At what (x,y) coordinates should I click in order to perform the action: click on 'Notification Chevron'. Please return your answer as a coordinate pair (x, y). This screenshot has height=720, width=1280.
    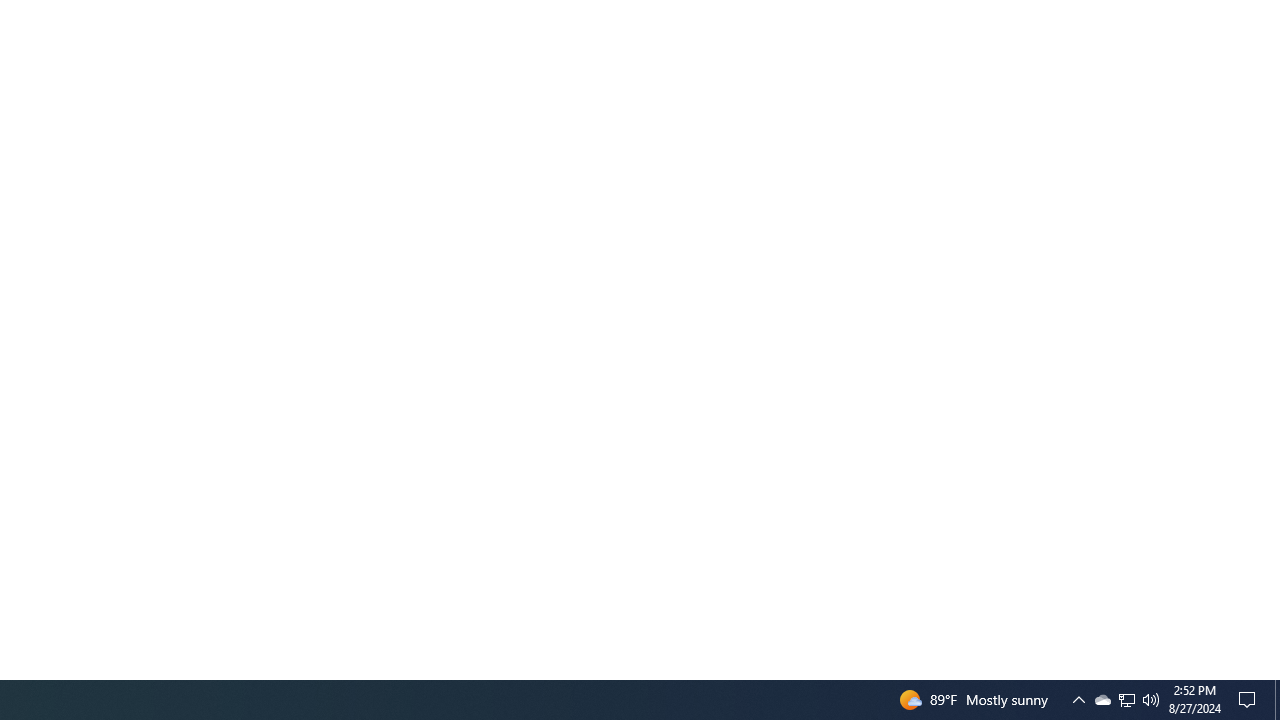
    Looking at the image, I should click on (1078, 698).